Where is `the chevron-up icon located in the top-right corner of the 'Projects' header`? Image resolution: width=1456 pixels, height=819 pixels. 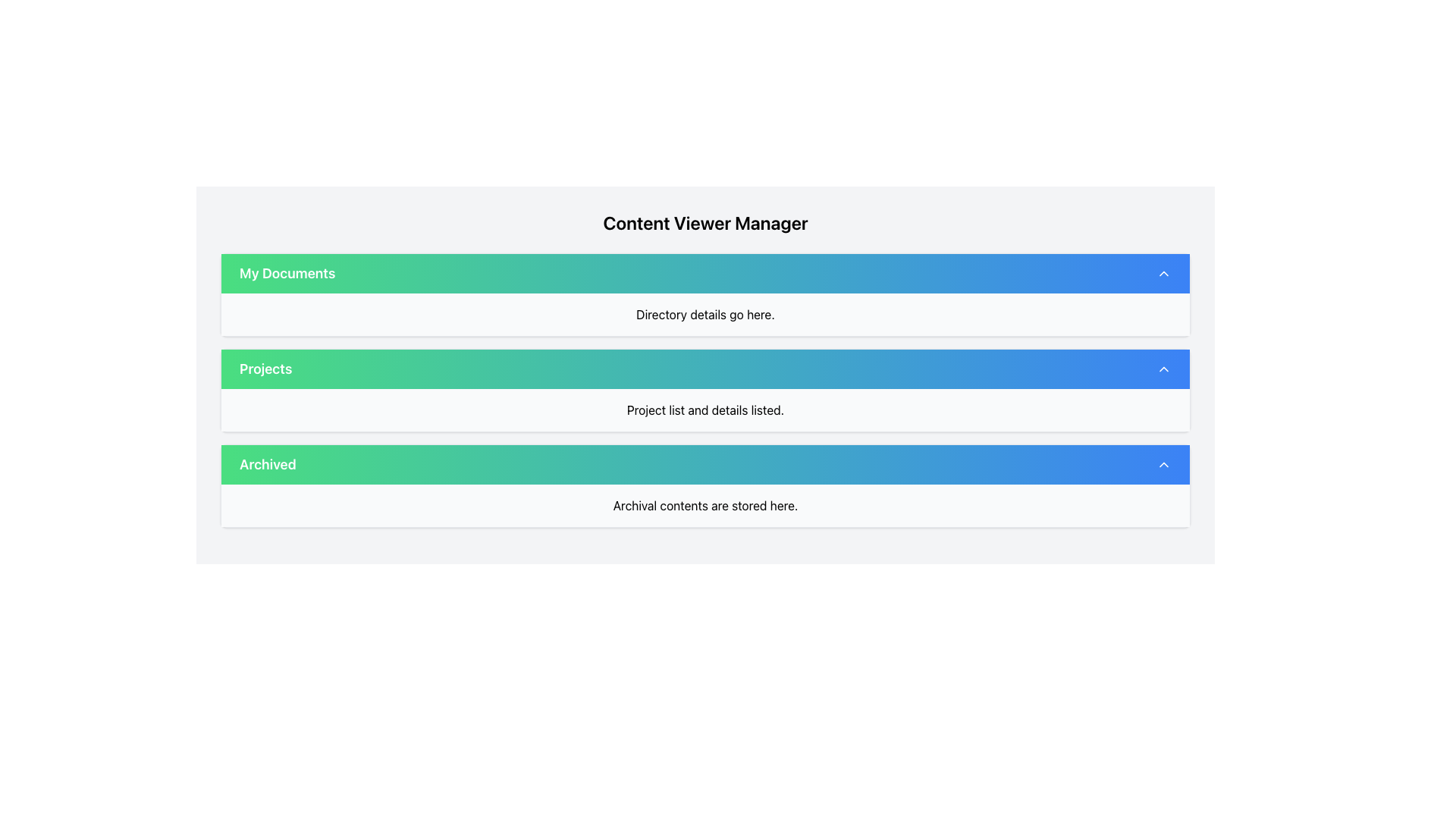
the chevron-up icon located in the top-right corner of the 'Projects' header is located at coordinates (1163, 369).